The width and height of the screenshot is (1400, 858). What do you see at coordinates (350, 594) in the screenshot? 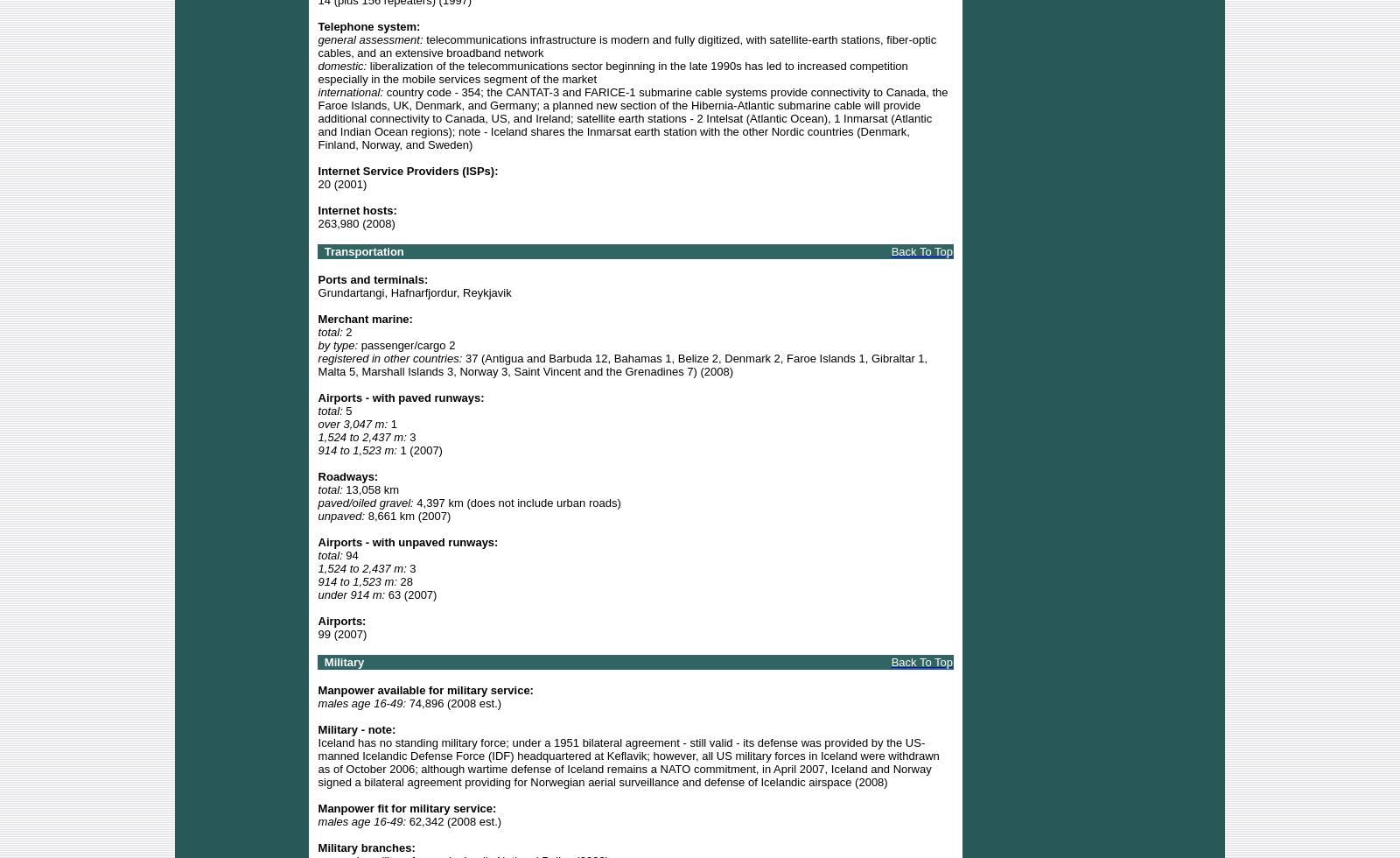
I see `'under 914 m:'` at bounding box center [350, 594].